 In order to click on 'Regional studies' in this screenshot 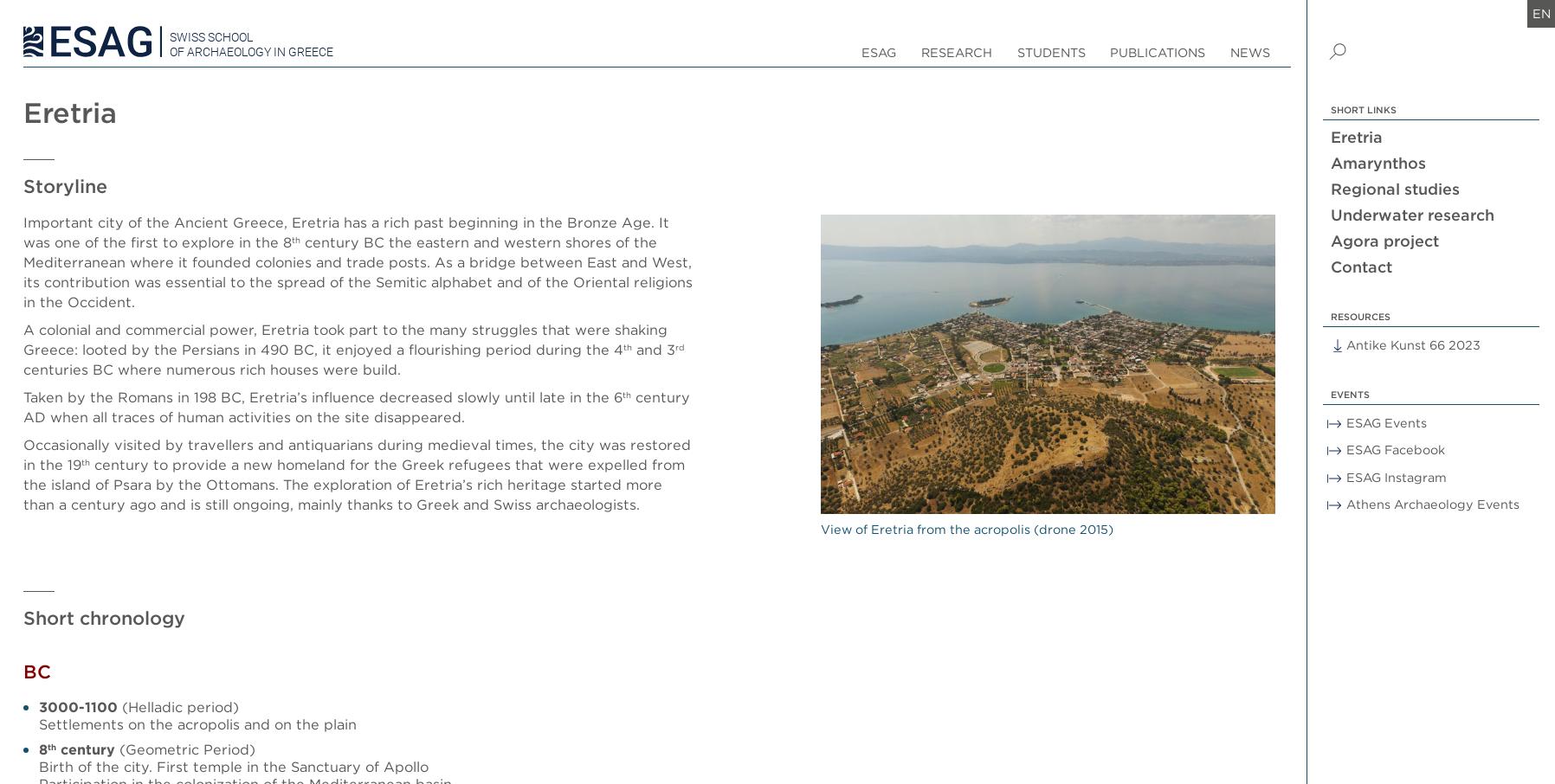, I will do `click(1394, 188)`.